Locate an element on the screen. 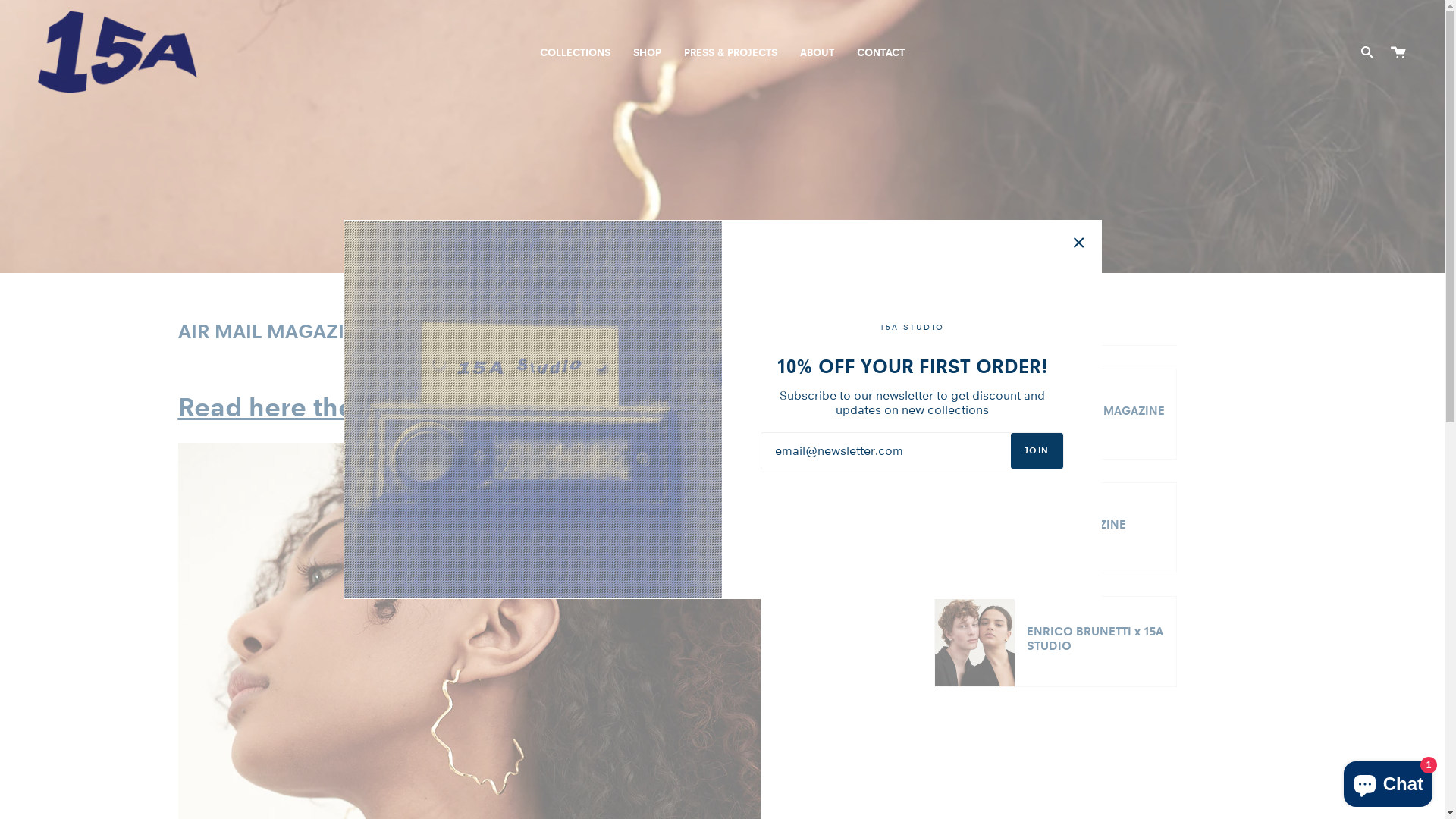  'Search' is located at coordinates (1367, 51).